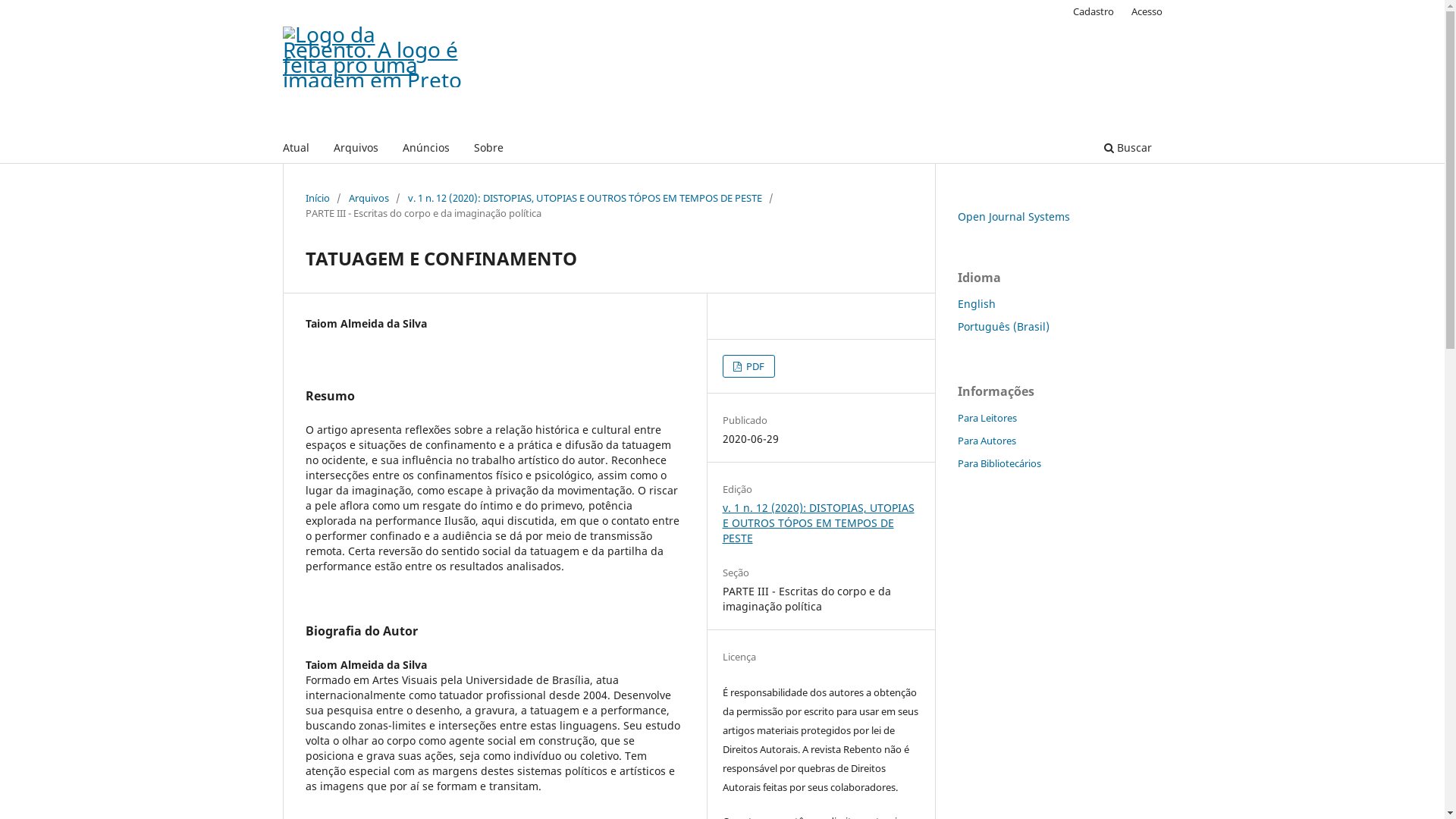  Describe the element at coordinates (369, 197) in the screenshot. I see `'Arquivos'` at that location.